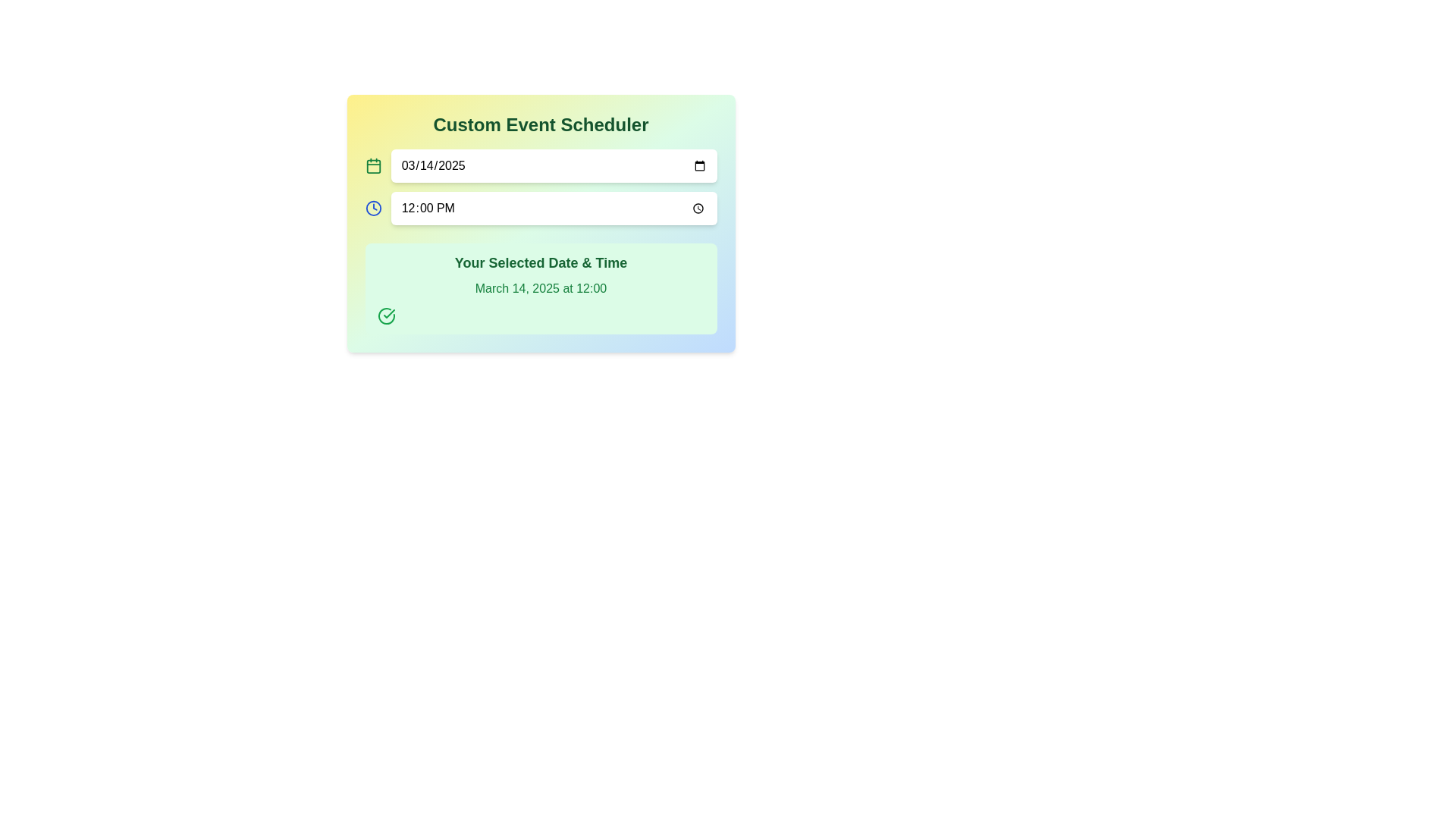 Image resolution: width=1456 pixels, height=819 pixels. Describe the element at coordinates (386, 315) in the screenshot. I see `the circular icon with a check mark inside, located at the bottom-left corner of the 'Your Selected Date & Time' section, below 'March 14, 2025 at 12:00.'` at that location.